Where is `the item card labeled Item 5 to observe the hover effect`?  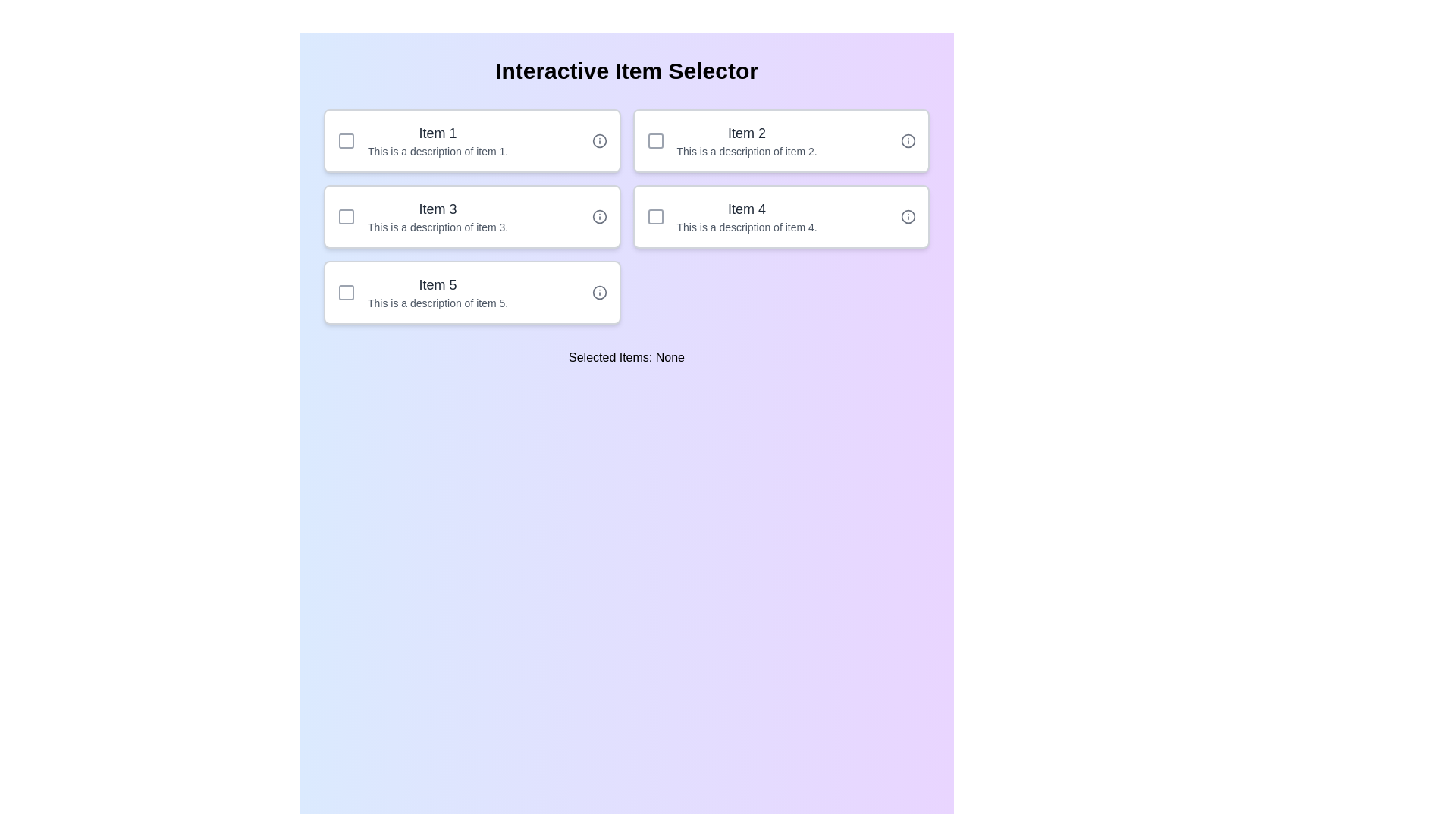 the item card labeled Item 5 to observe the hover effect is located at coordinates (471, 292).